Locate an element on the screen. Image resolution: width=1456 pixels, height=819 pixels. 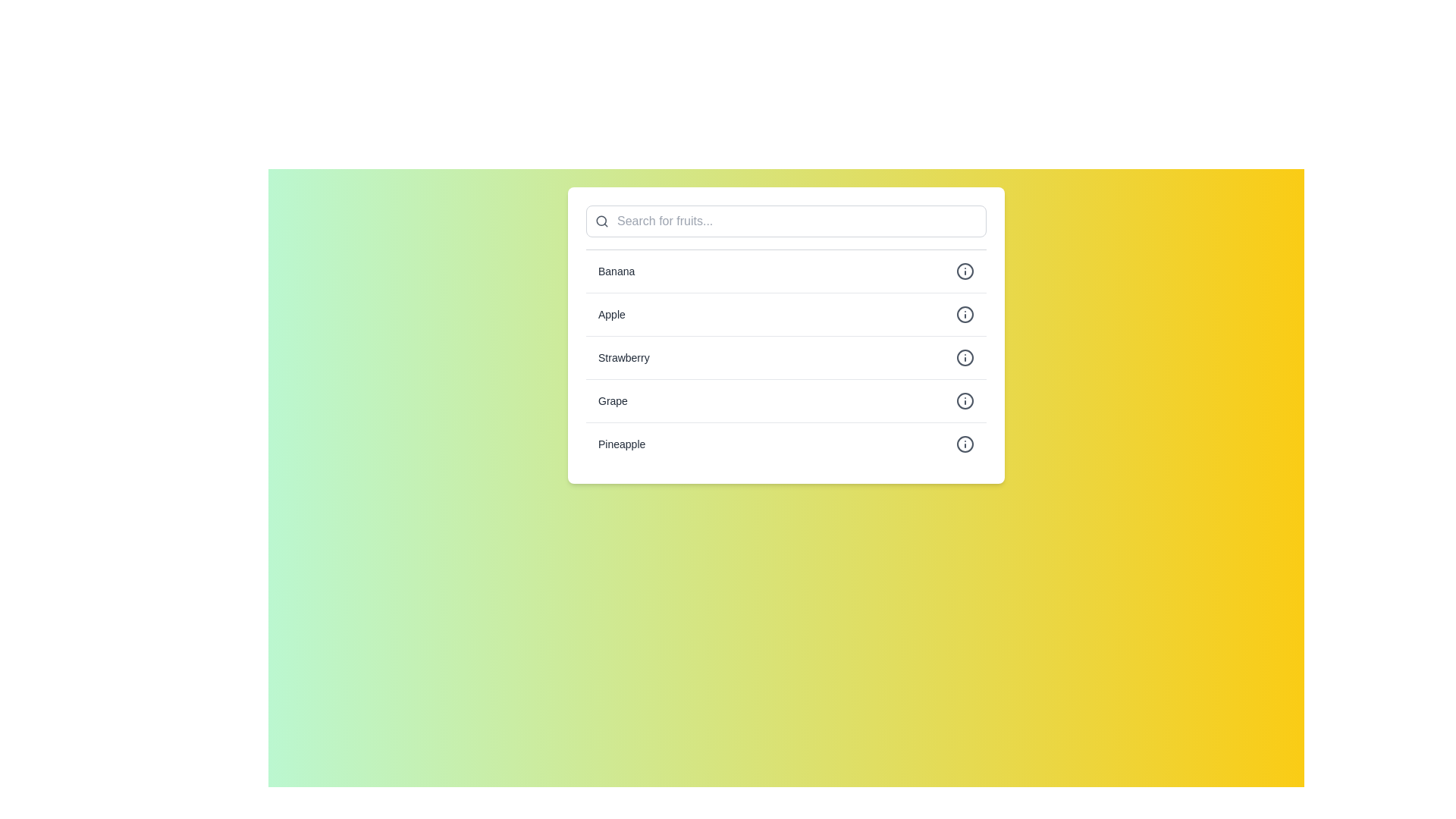
the circular gray outlined icon containing the 'info' glyph located at the far-right of the 'Pineapple' list item is located at coordinates (964, 444).